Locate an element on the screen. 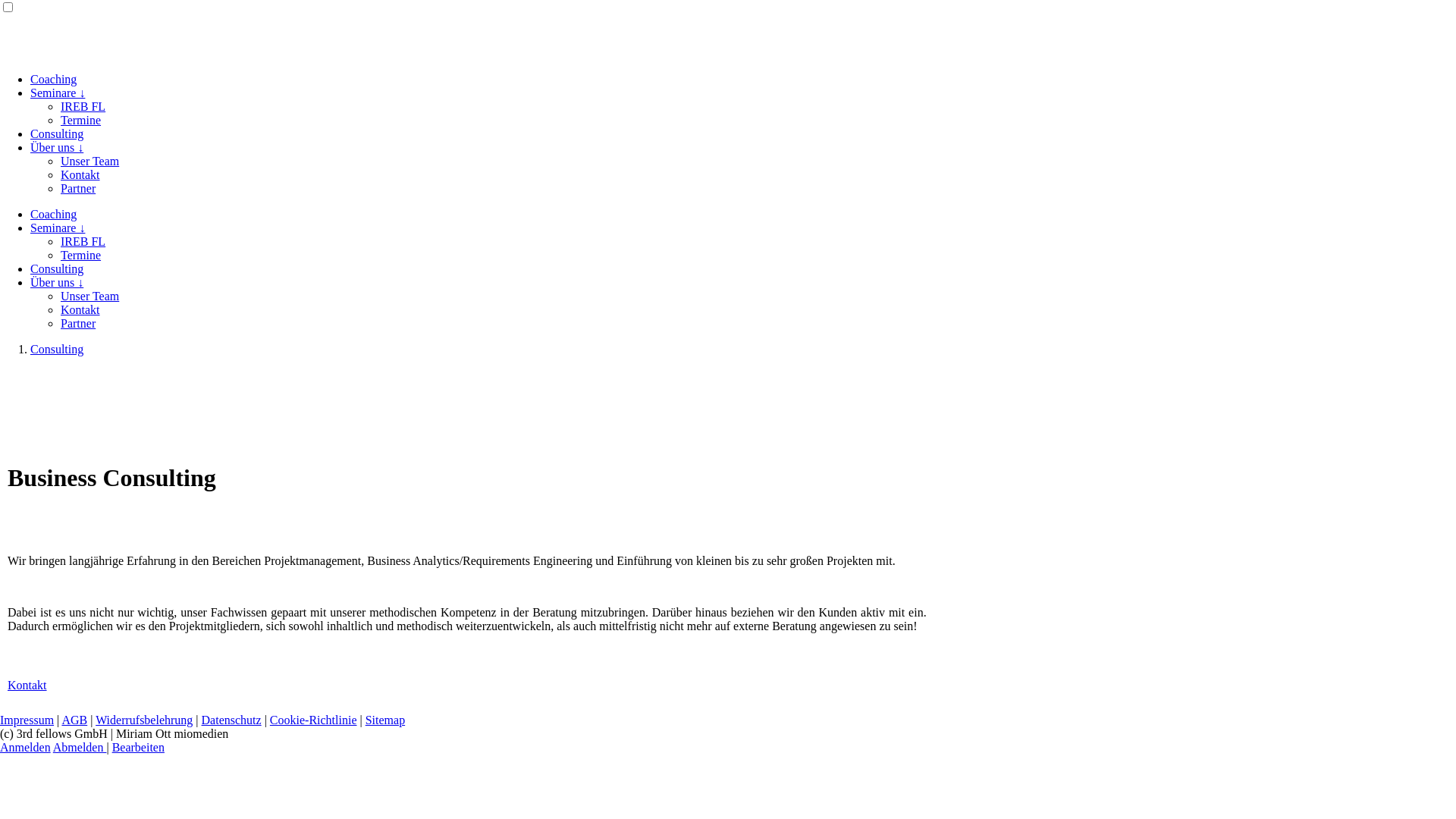 This screenshot has height=819, width=1456. 'Termine' is located at coordinates (80, 254).